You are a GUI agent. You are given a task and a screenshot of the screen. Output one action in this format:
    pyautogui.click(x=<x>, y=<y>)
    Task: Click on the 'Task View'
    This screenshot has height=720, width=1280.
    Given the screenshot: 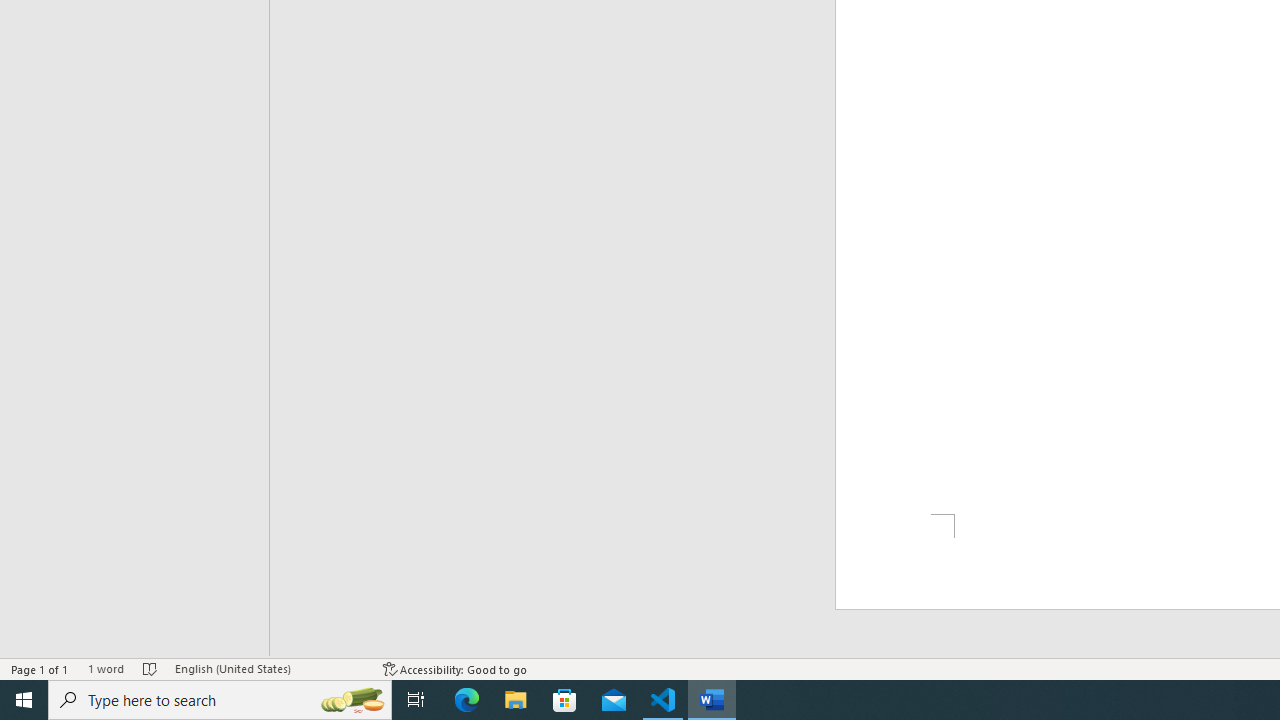 What is the action you would take?
    pyautogui.click(x=415, y=698)
    